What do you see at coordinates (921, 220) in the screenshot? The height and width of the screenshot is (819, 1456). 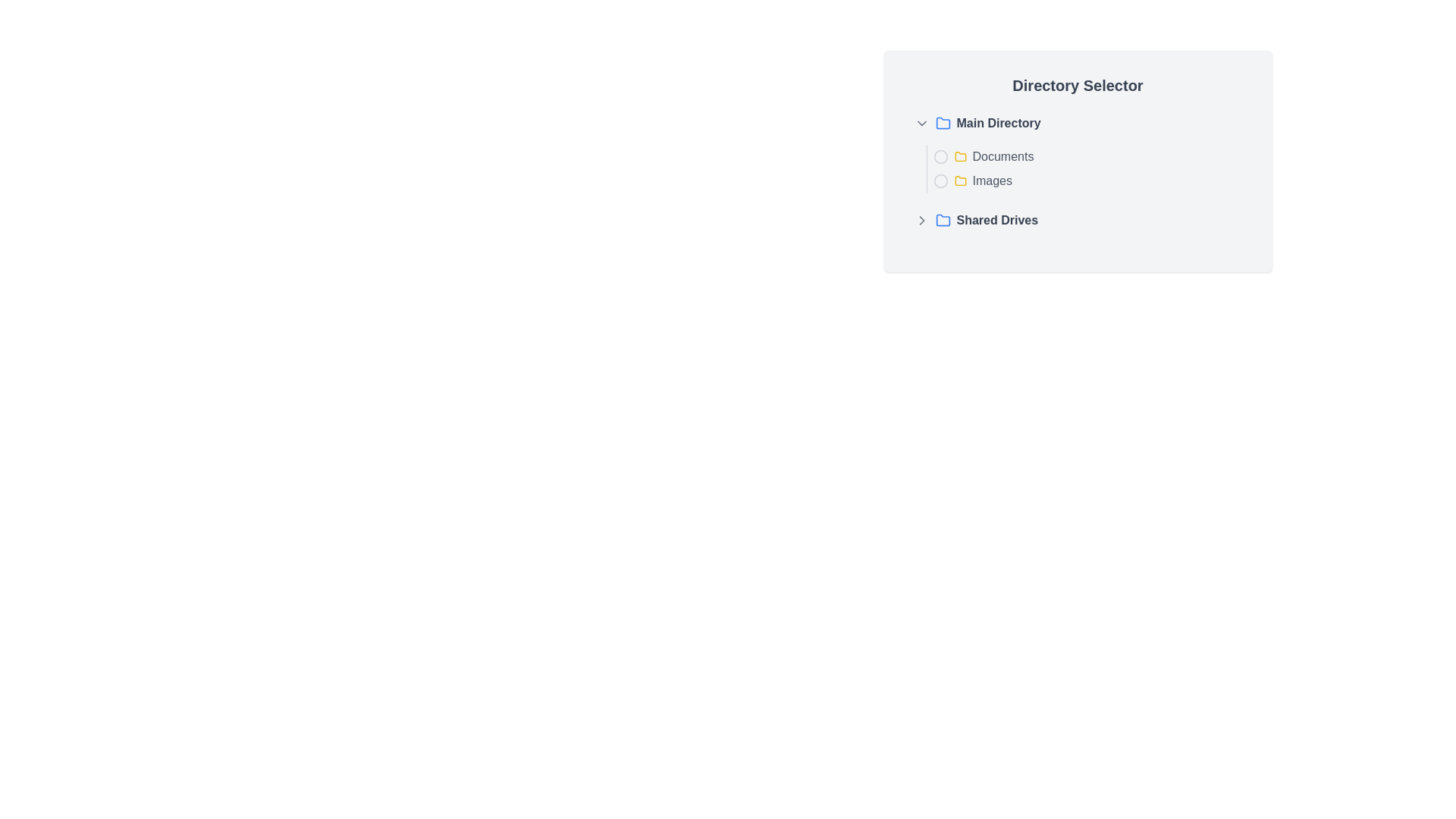 I see `the chevron icon located at the far left of the 'Shared Drives' row` at bounding box center [921, 220].